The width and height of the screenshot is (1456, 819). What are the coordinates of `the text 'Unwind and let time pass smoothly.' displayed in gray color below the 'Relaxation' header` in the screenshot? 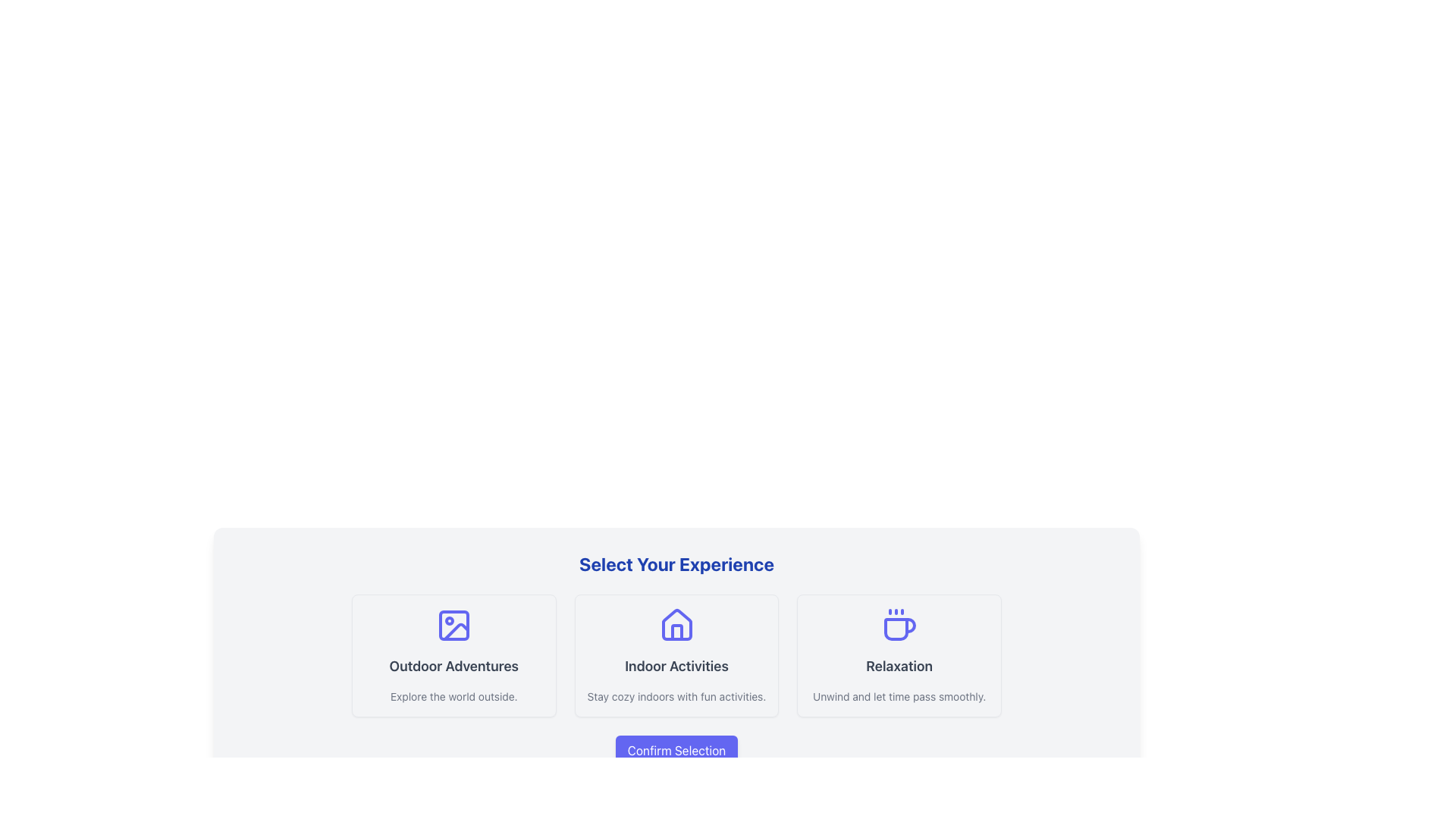 It's located at (899, 696).